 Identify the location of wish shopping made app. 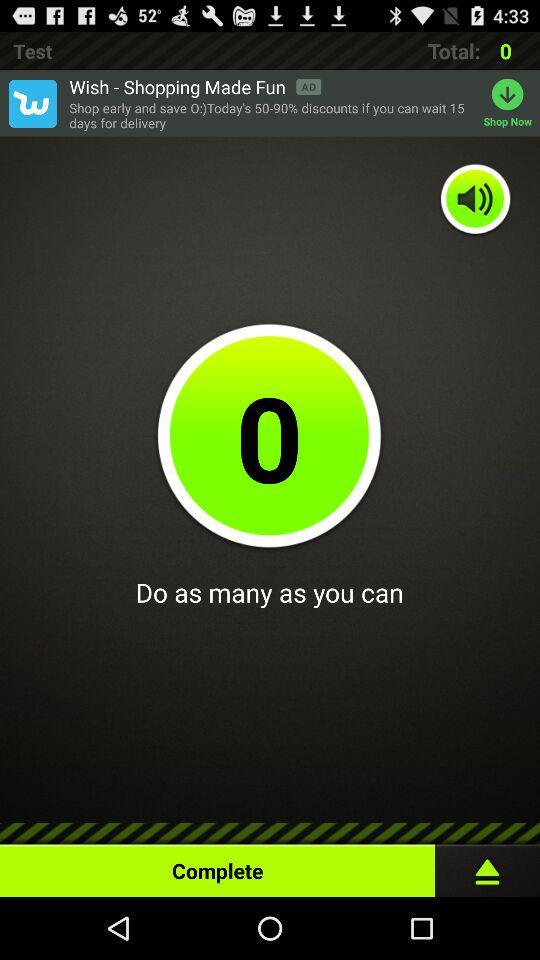
(195, 86).